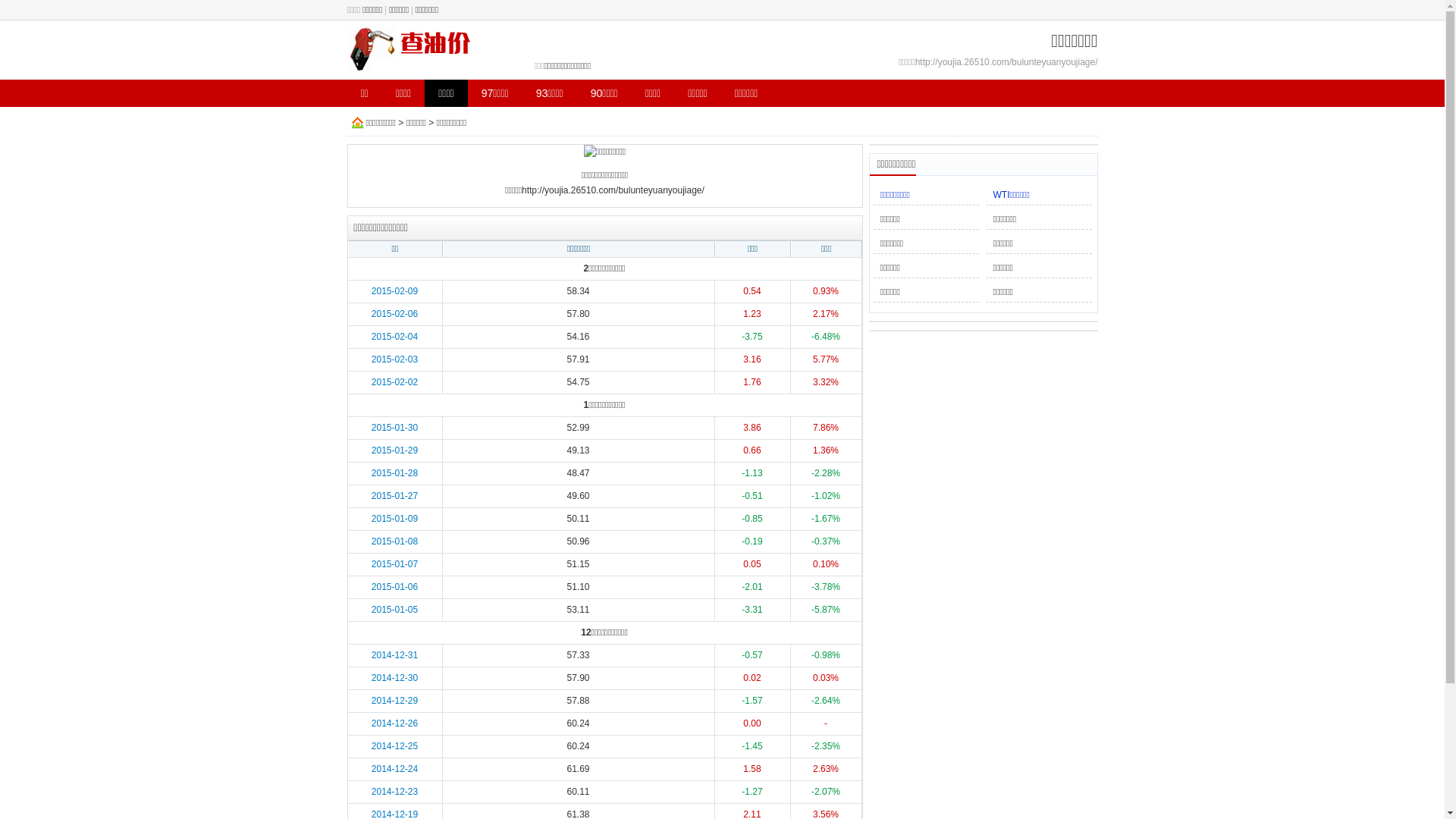 Image resolution: width=1456 pixels, height=819 pixels. What do you see at coordinates (371, 517) in the screenshot?
I see `'2015-01-09'` at bounding box center [371, 517].